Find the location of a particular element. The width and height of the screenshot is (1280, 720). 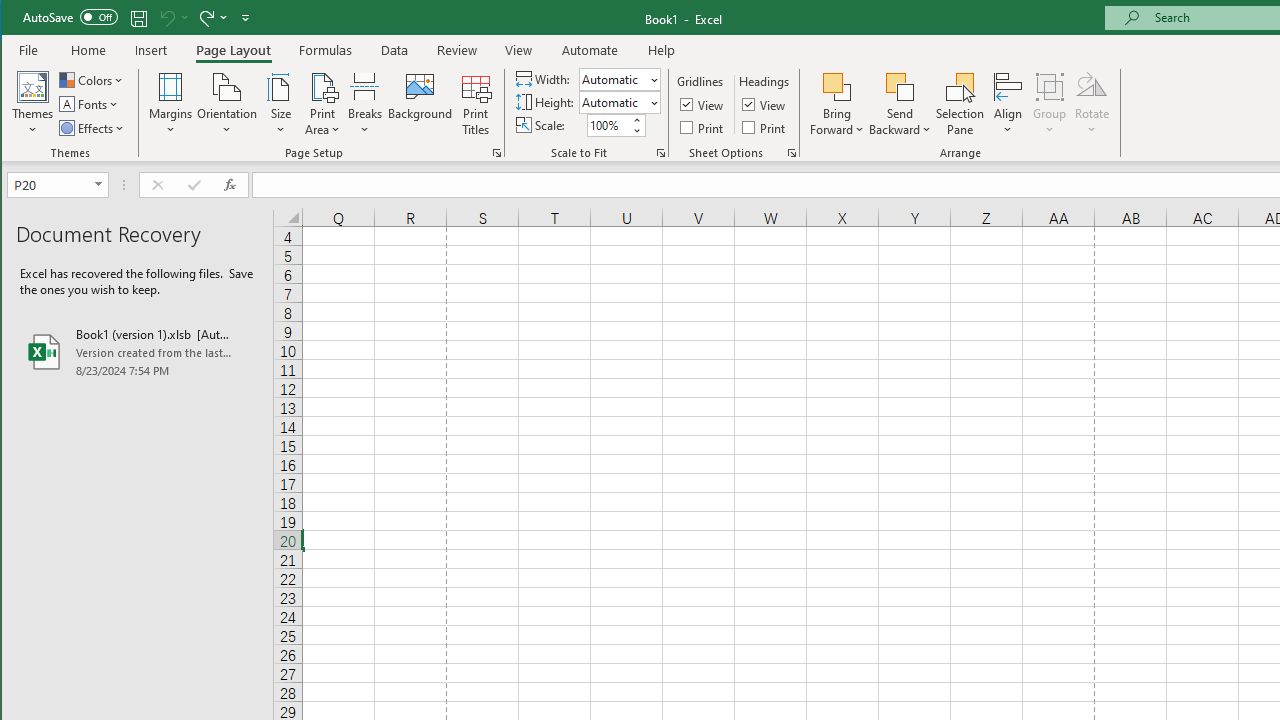

'Themes' is located at coordinates (33, 104).